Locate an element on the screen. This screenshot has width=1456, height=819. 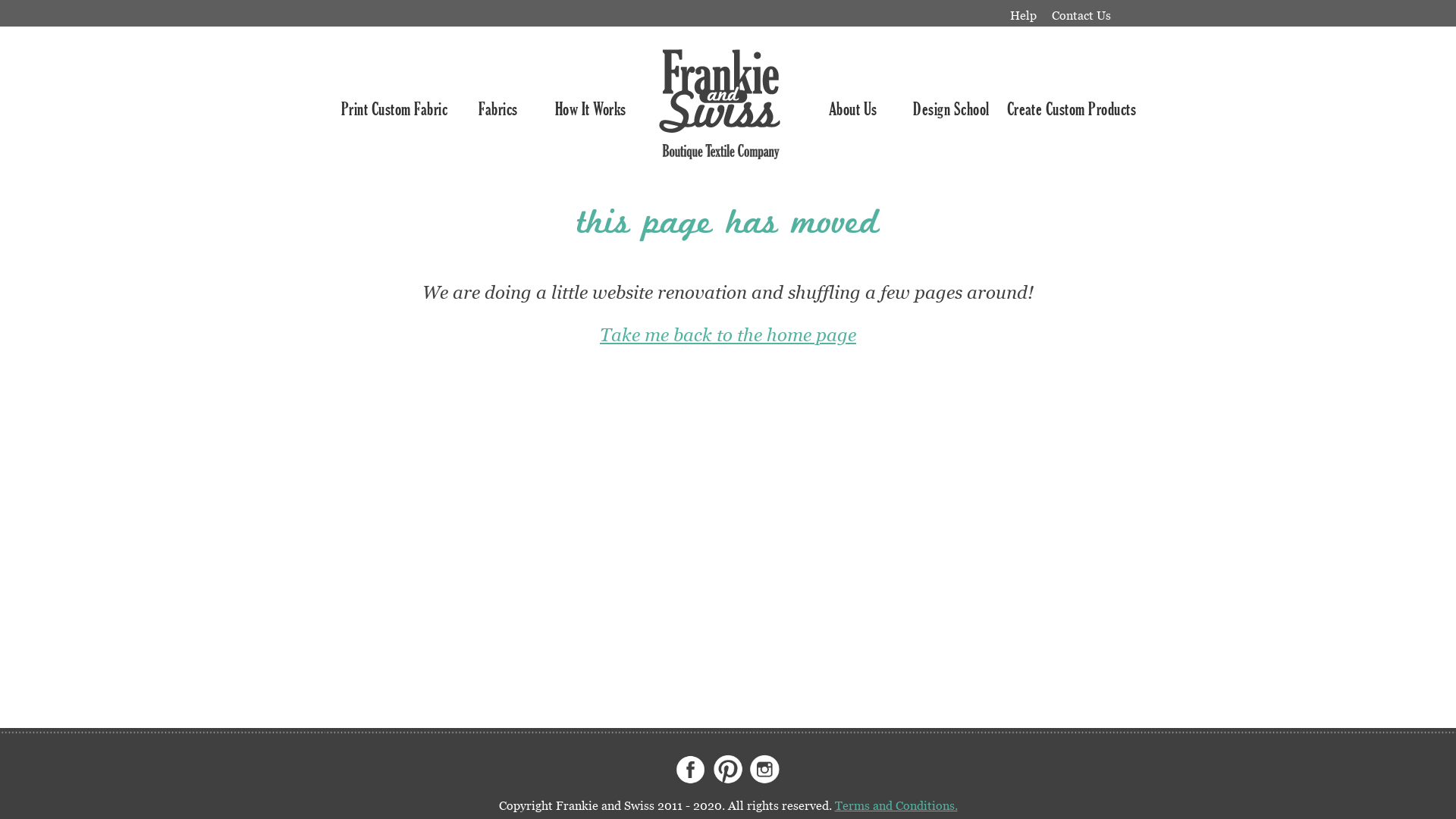
'Design School' is located at coordinates (949, 108).